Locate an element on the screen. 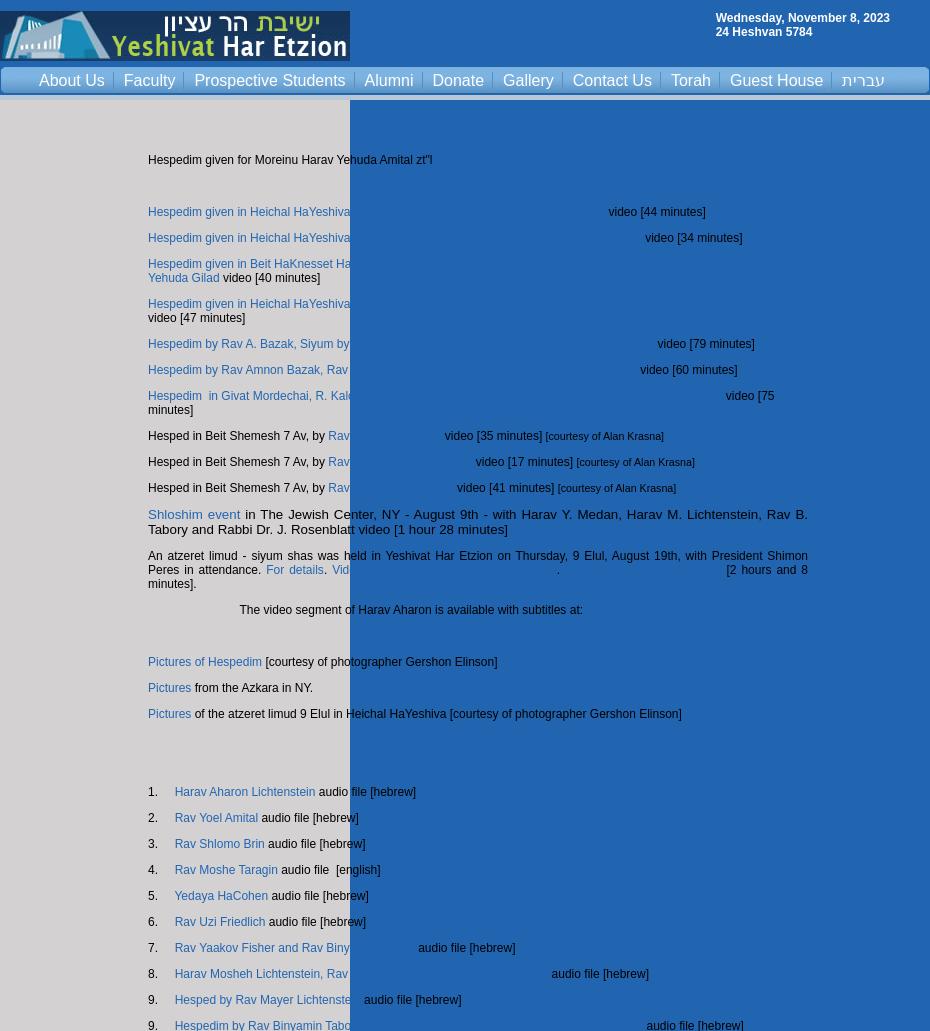  '4.' is located at coordinates (159, 869).